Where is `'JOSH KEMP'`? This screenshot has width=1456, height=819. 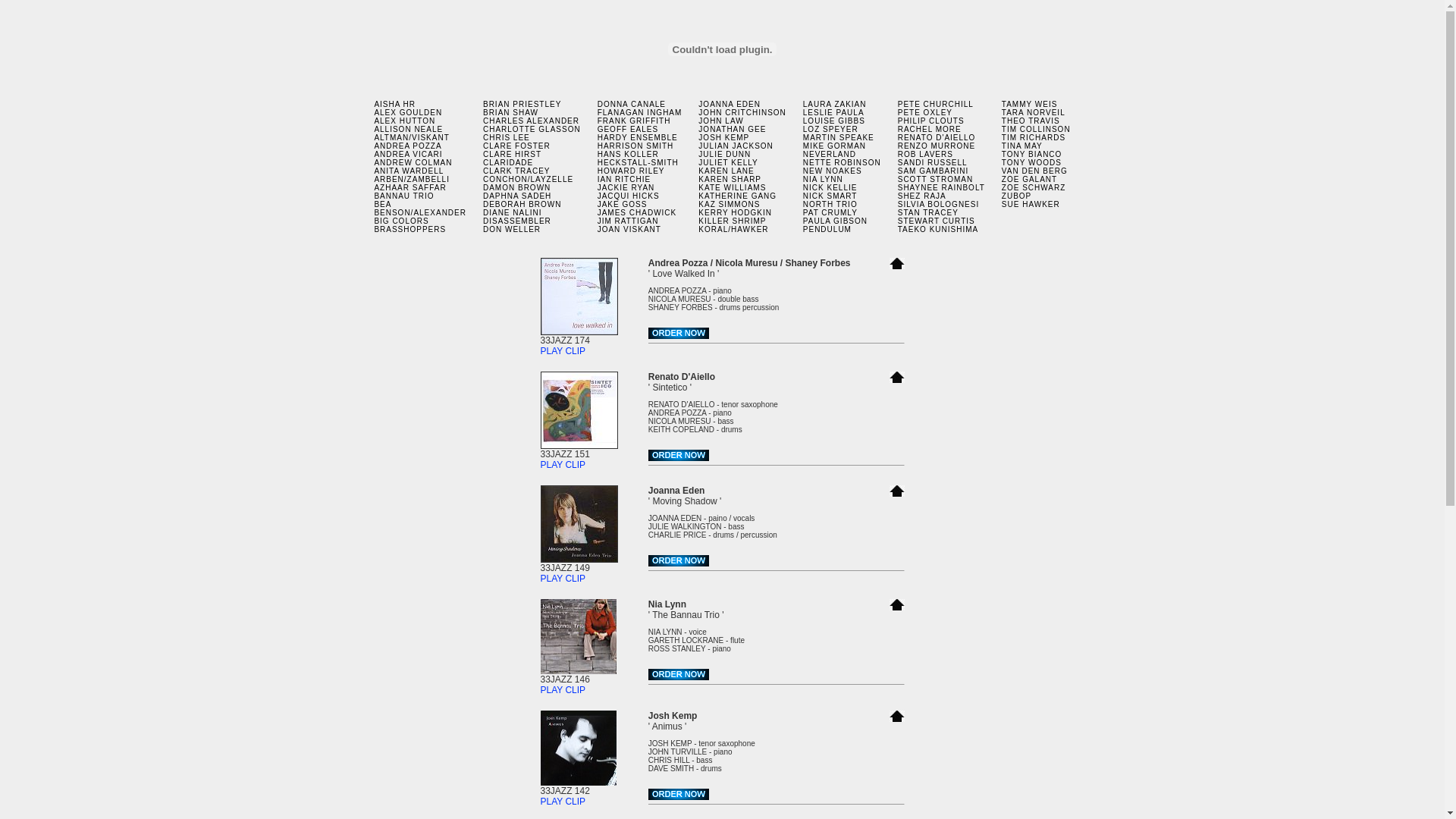 'JOSH KEMP' is located at coordinates (723, 137).